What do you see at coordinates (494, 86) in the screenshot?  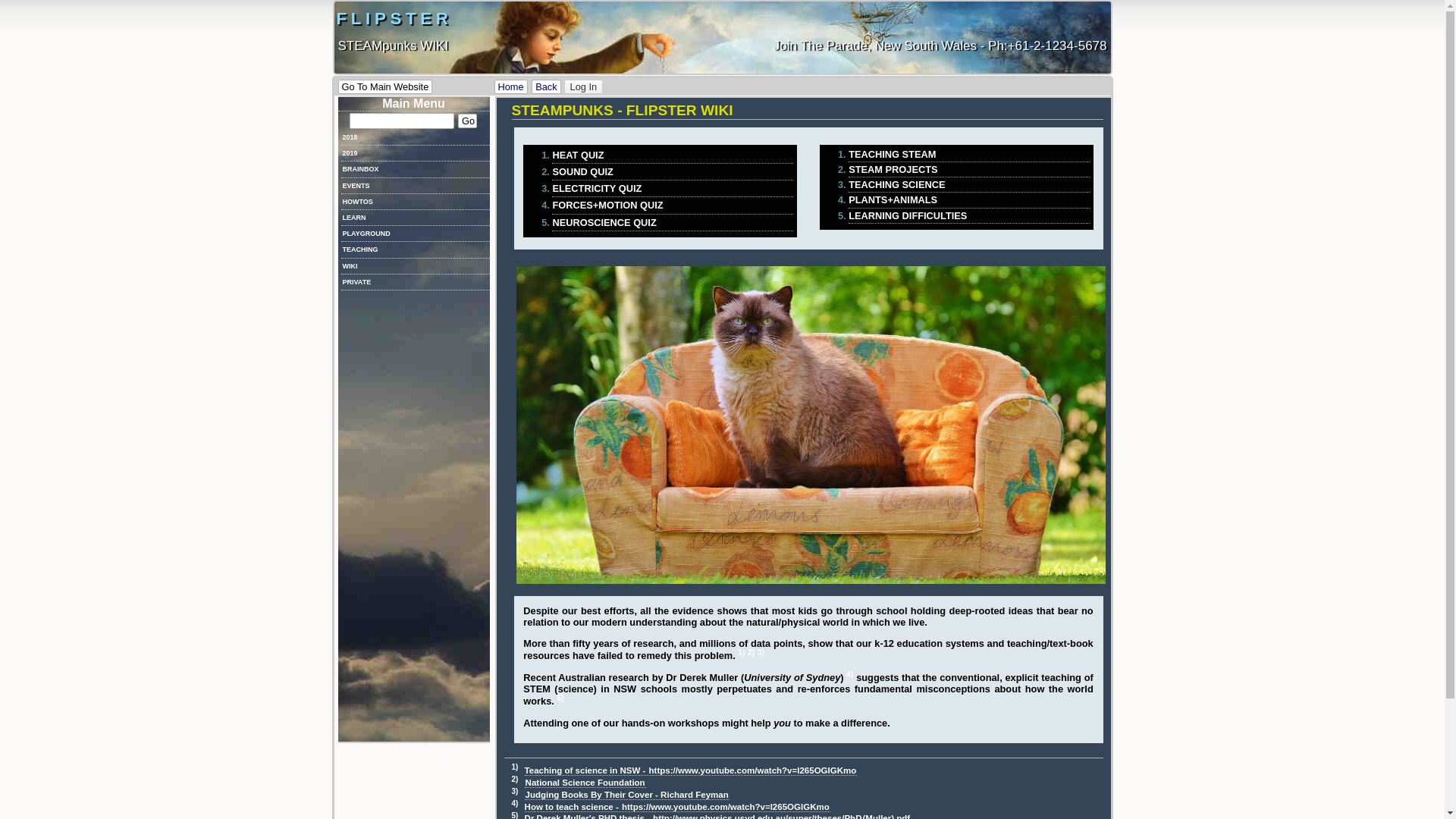 I see `'STEAMPUNKS WIKI wiki home page'` at bounding box center [494, 86].